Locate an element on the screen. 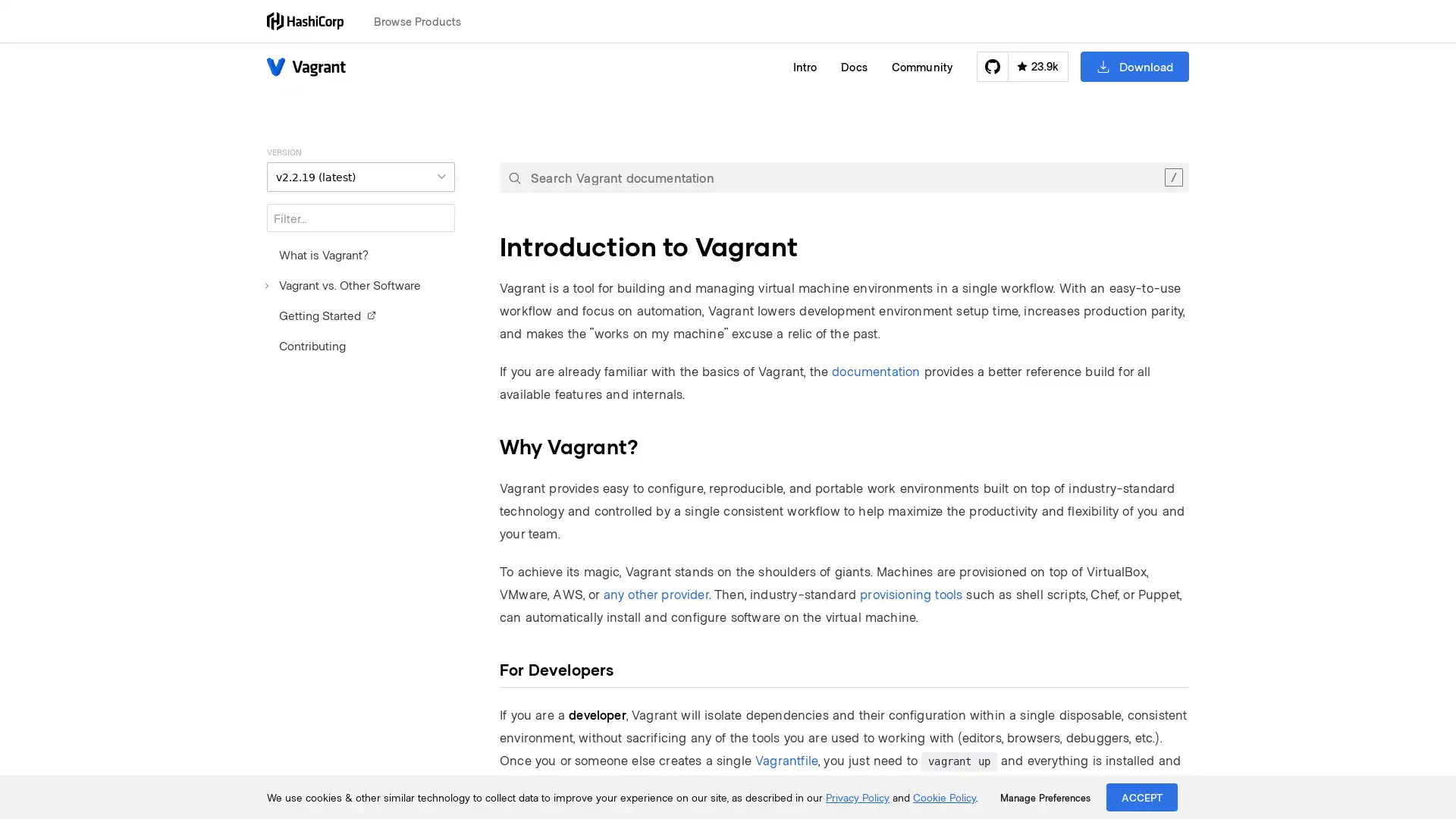 This screenshot has height=819, width=1456. Vagrant vs. Other Software is located at coordinates (343, 284).